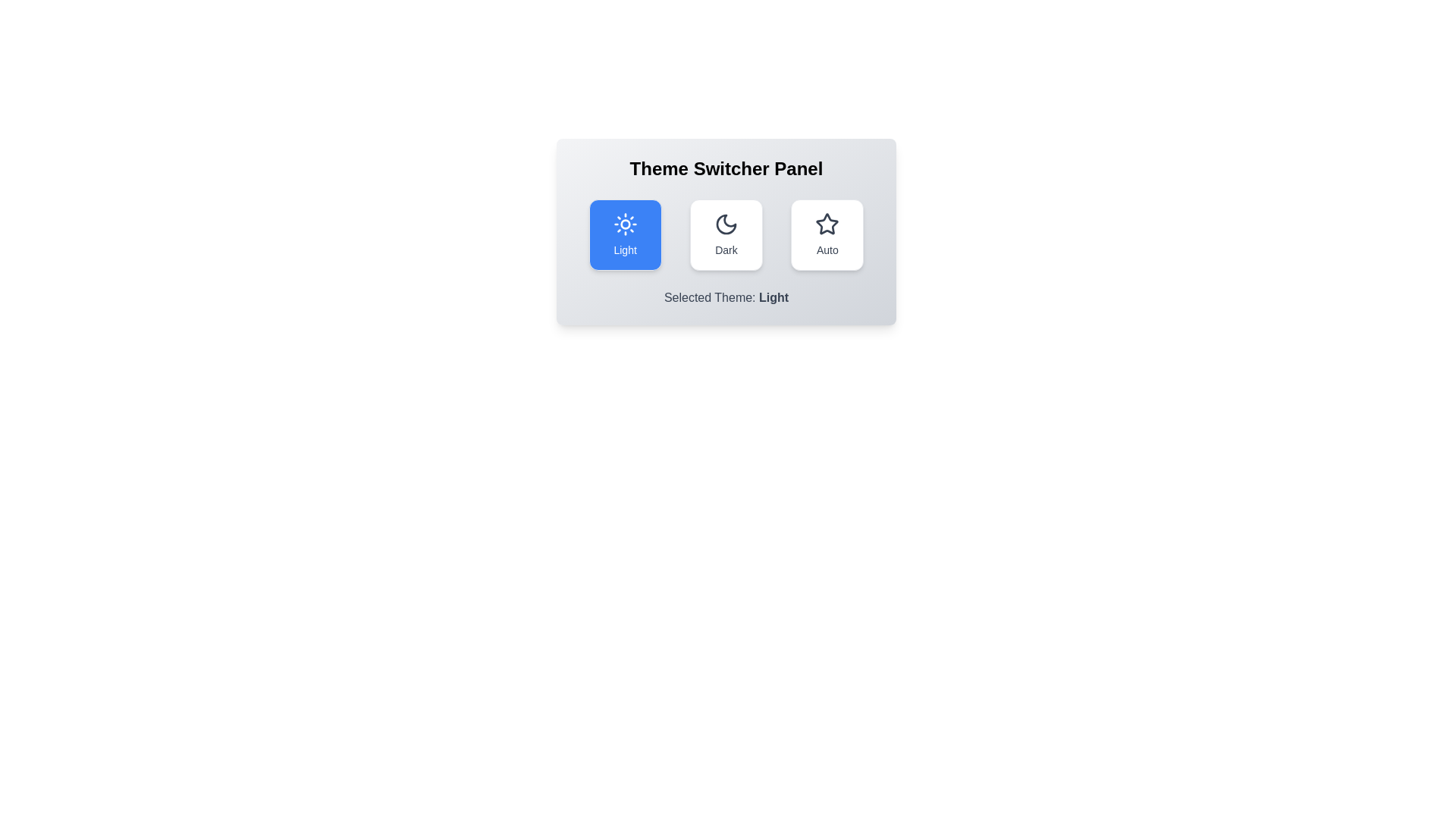  I want to click on the decorative icon representing the 'Auto' theme option, which is located at the top-center of the 'Auto' card in the theme options row, so click(827, 224).